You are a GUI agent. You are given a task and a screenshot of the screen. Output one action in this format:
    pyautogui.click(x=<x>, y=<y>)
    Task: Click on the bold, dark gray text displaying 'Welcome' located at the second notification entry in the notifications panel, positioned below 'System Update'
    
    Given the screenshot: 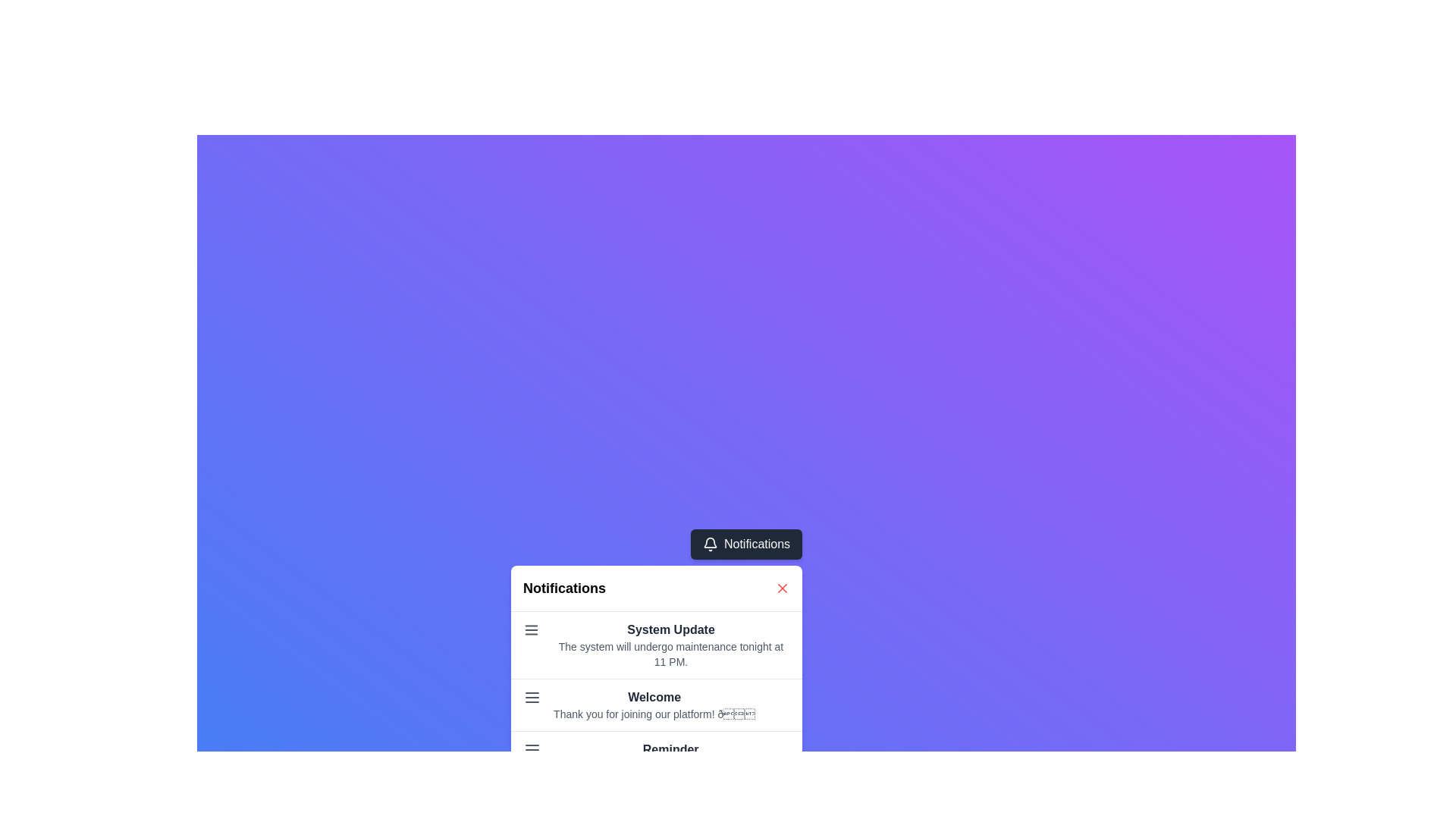 What is the action you would take?
    pyautogui.click(x=654, y=698)
    